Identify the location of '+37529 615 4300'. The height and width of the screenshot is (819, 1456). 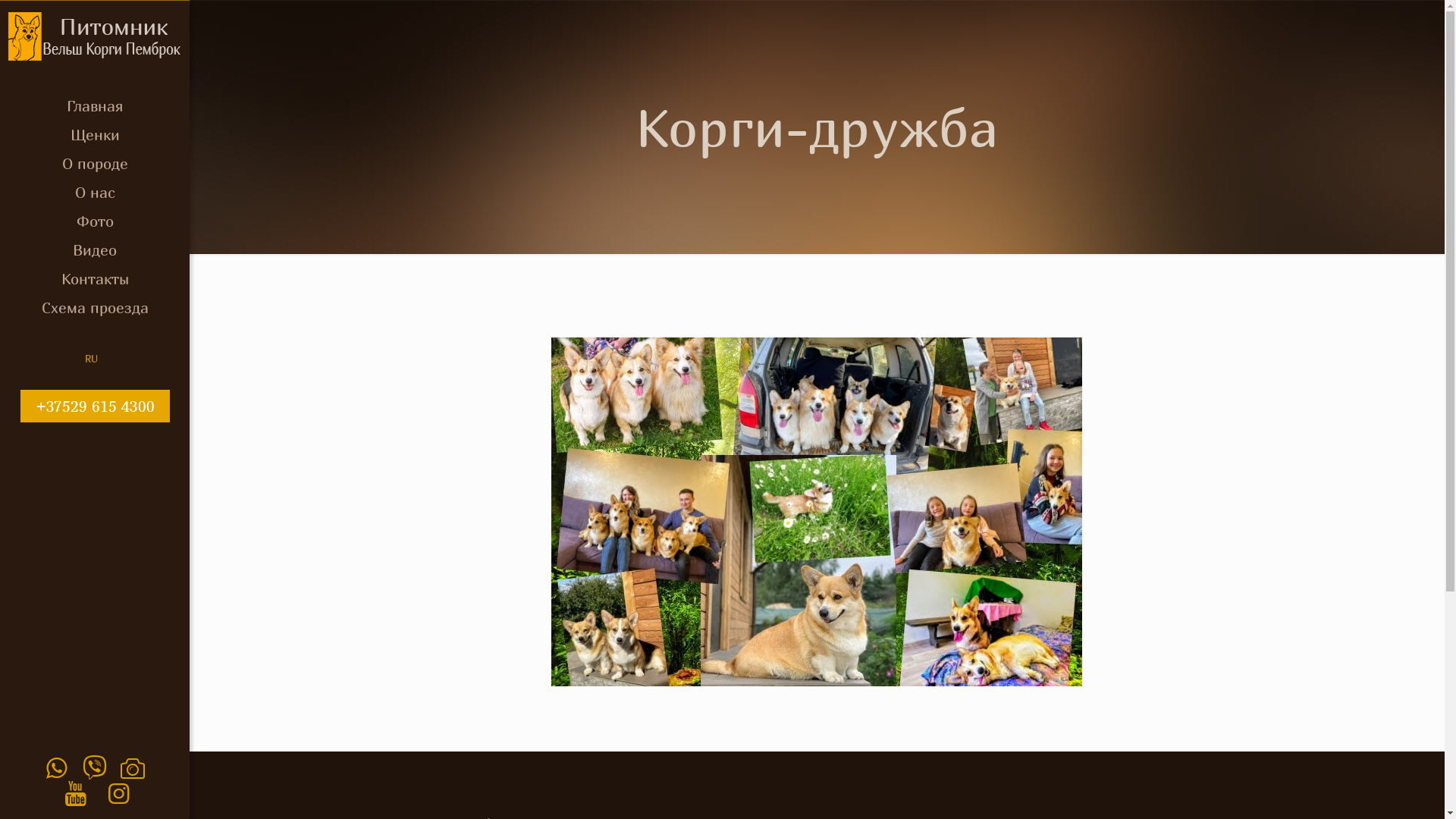
(93, 405).